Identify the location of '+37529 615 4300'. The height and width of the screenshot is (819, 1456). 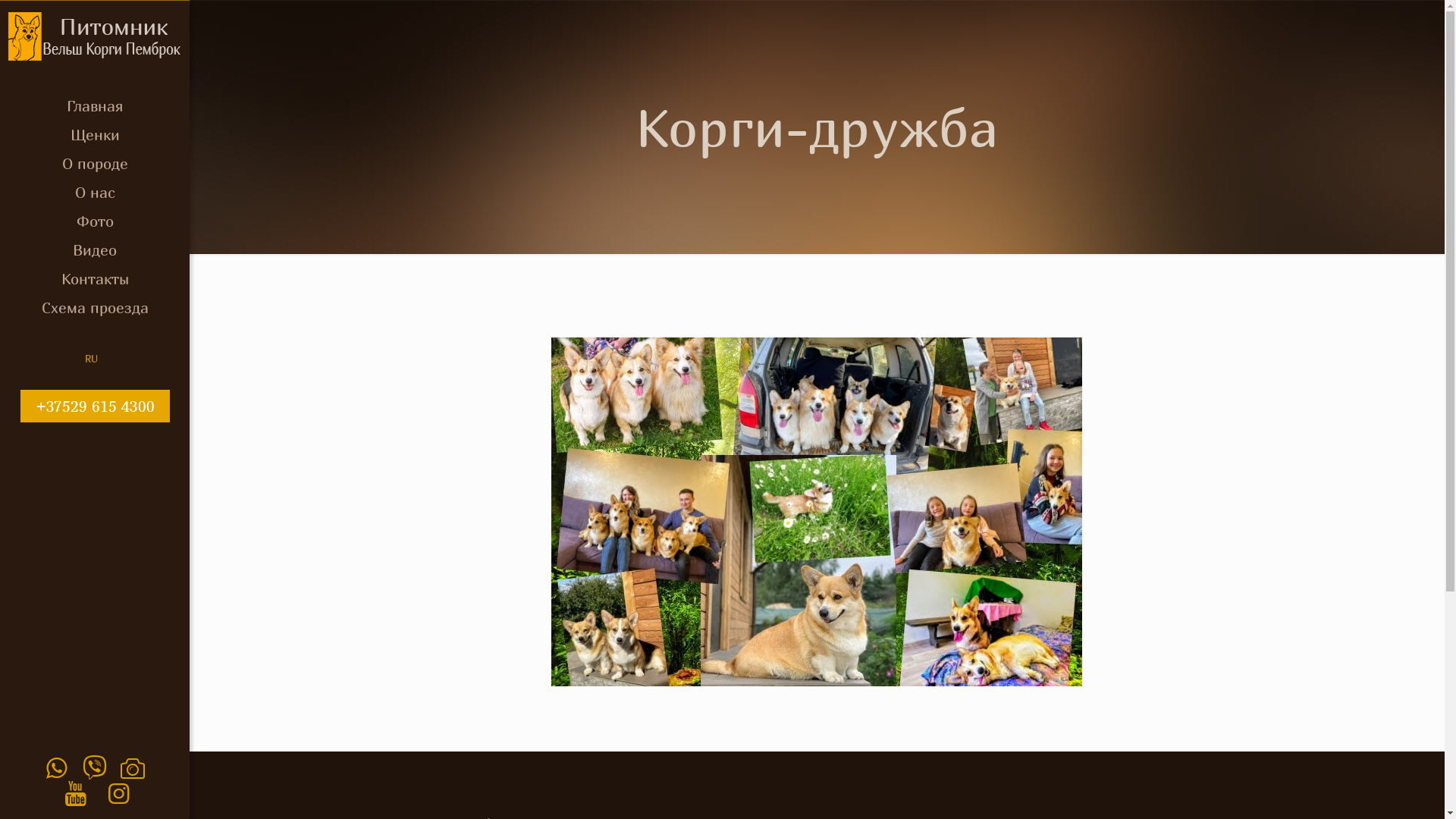
(93, 405).